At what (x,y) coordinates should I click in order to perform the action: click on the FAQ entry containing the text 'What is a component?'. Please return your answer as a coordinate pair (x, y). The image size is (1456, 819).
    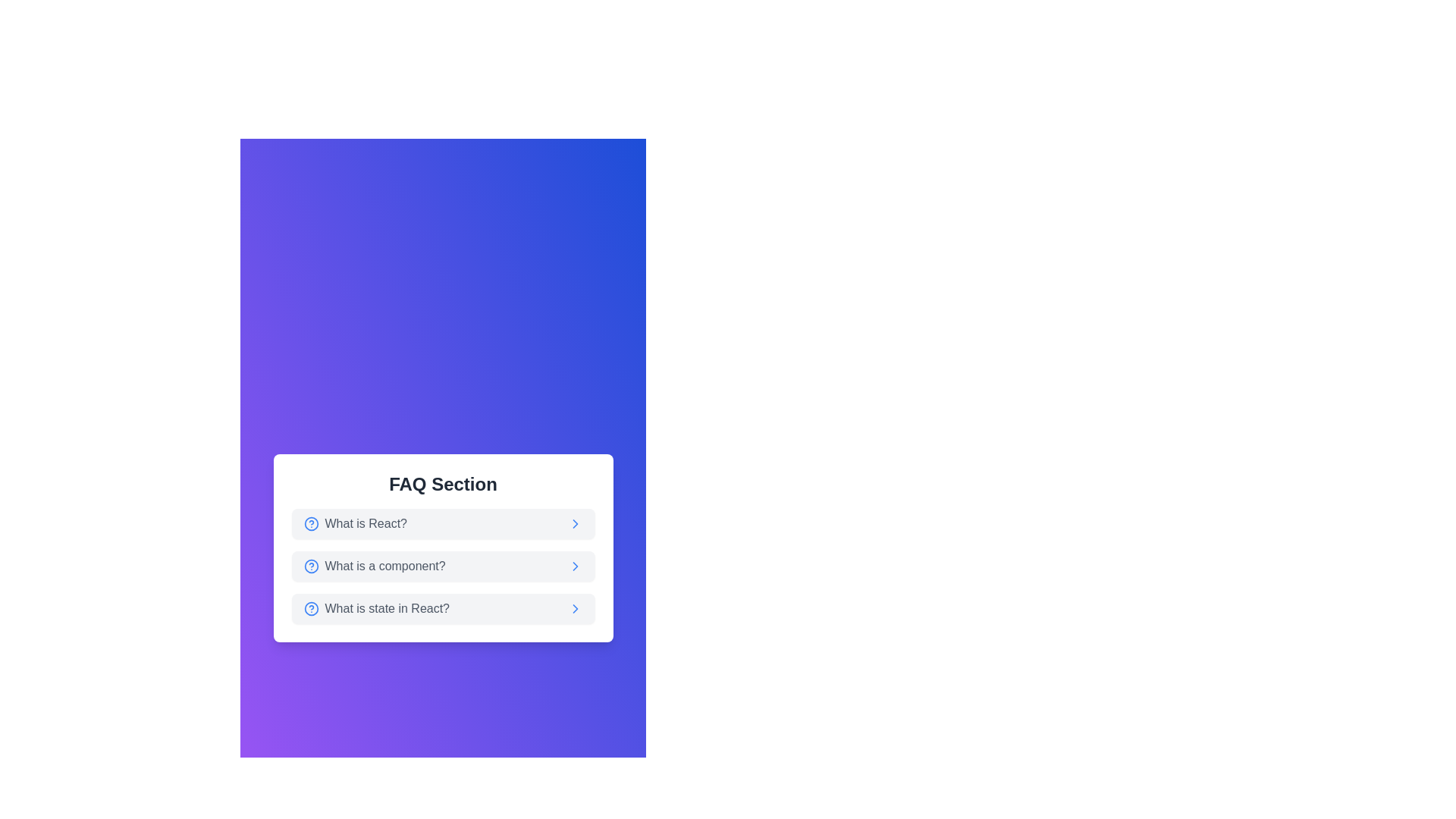
    Looking at the image, I should click on (442, 566).